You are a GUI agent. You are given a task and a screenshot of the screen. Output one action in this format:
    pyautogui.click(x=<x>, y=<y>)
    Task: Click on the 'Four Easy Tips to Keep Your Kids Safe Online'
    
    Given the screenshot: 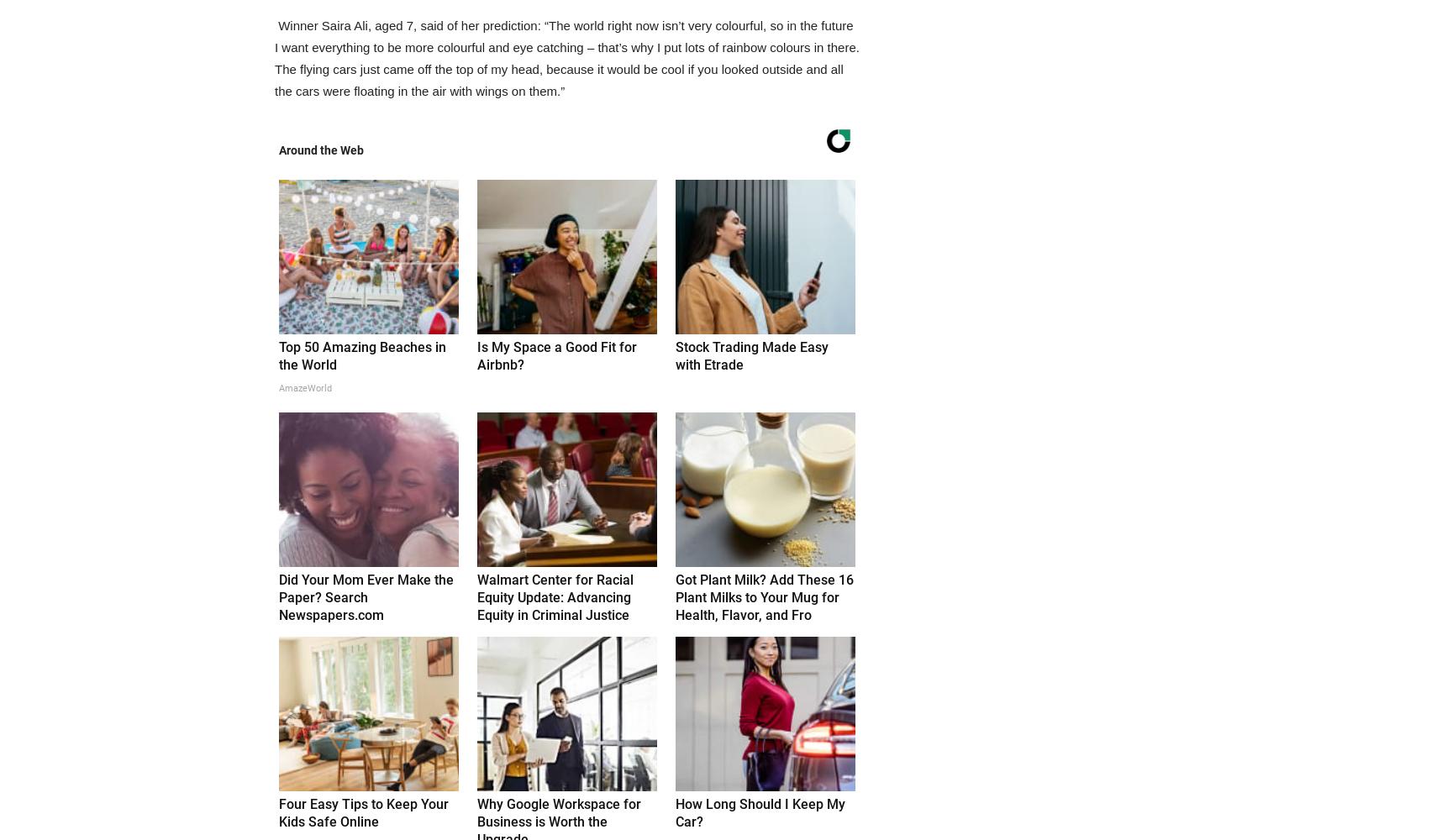 What is the action you would take?
    pyautogui.click(x=363, y=812)
    